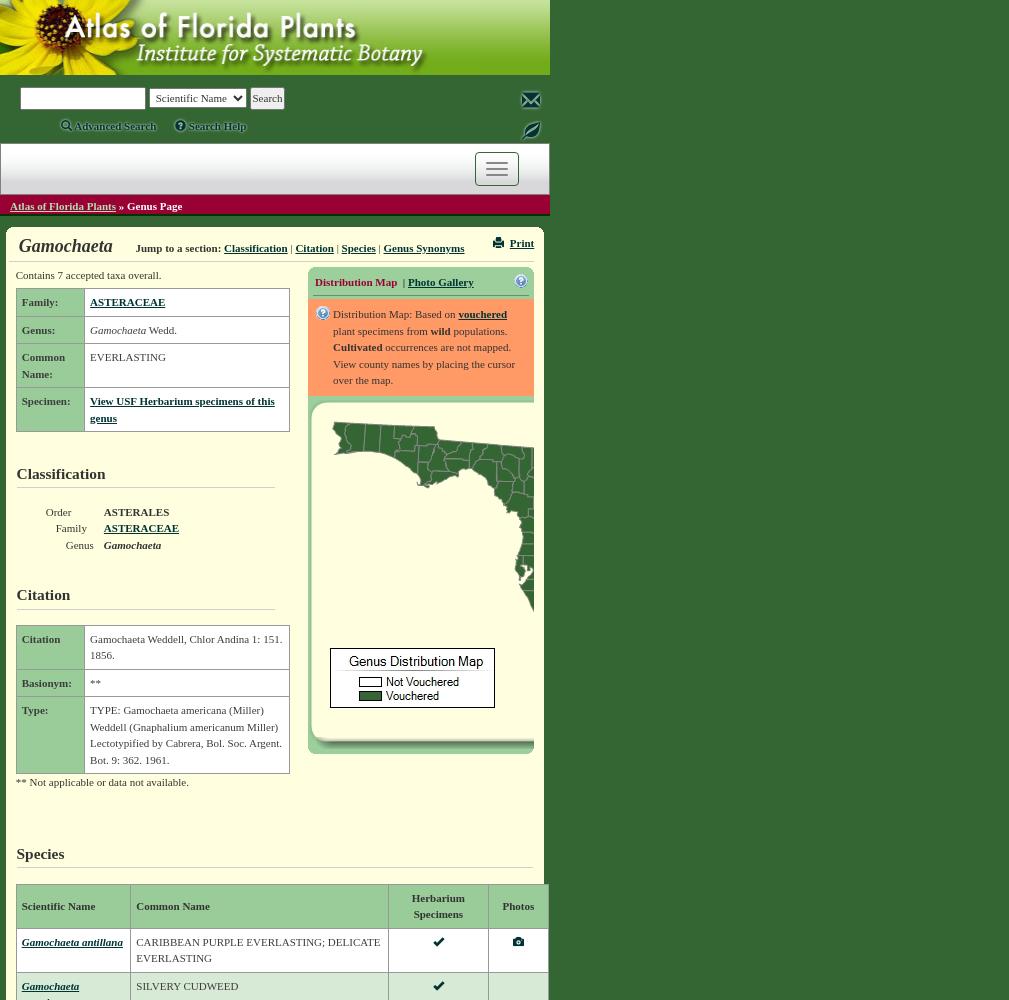 The image size is (1009, 1000). Describe the element at coordinates (181, 409) in the screenshot. I see `'View USF Herbarium specimens of this genus'` at that location.